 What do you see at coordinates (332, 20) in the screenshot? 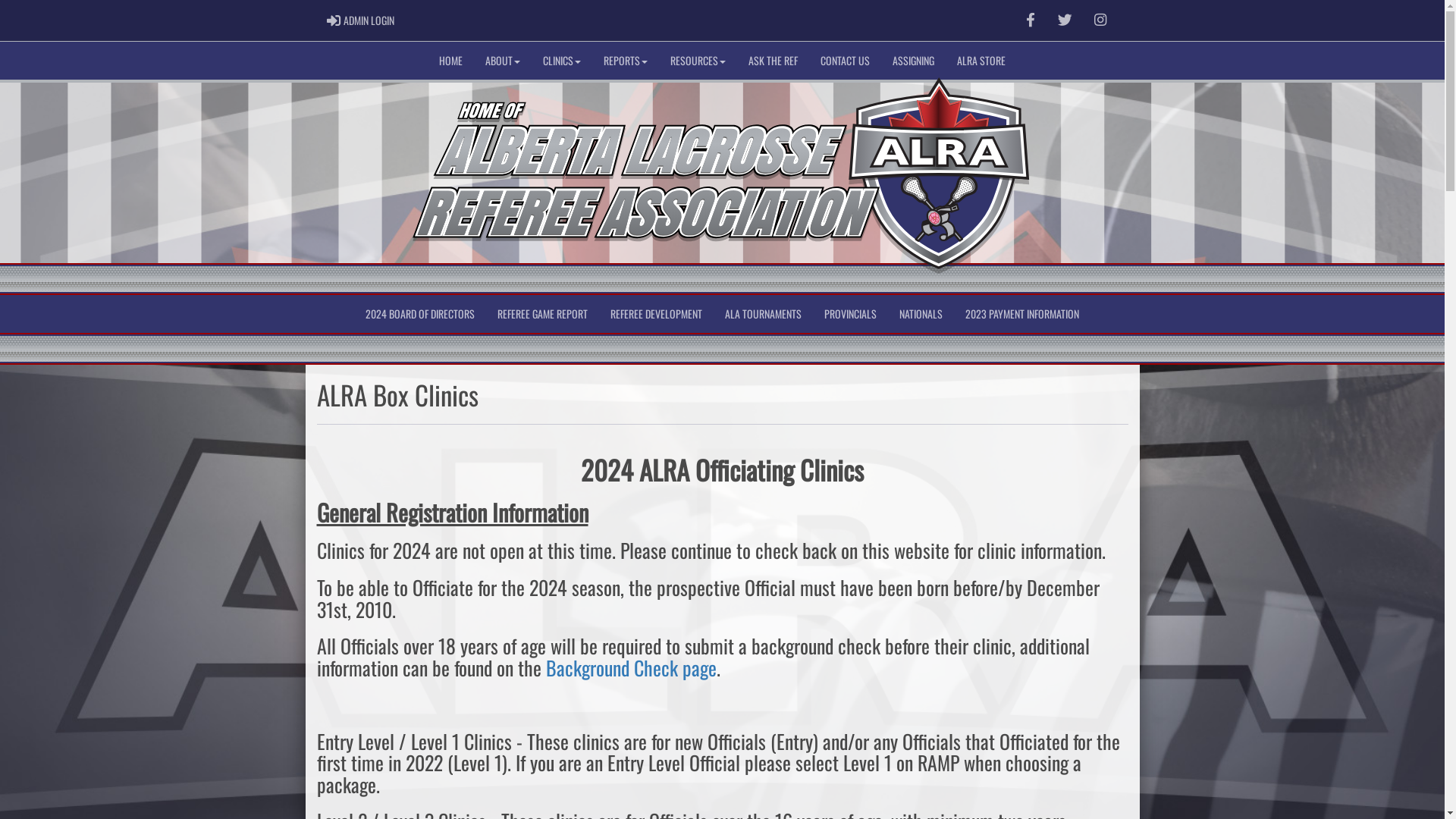
I see `'Login Page'` at bounding box center [332, 20].